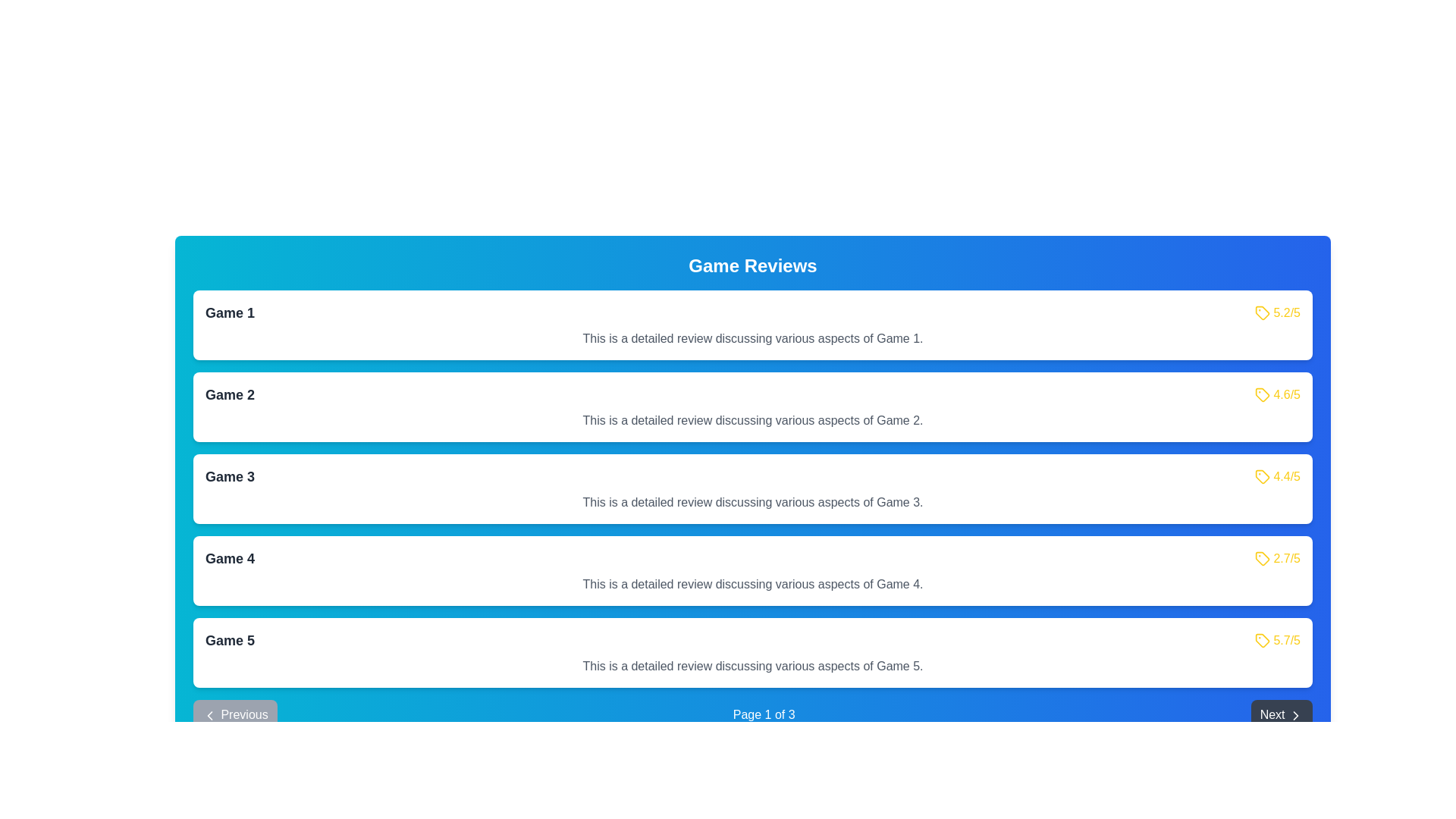 The image size is (1456, 819). What do you see at coordinates (1277, 640) in the screenshot?
I see `rating value displayed in the rating indicator for 'Game 5', which shows a score of '5.7 out of 5'` at bounding box center [1277, 640].